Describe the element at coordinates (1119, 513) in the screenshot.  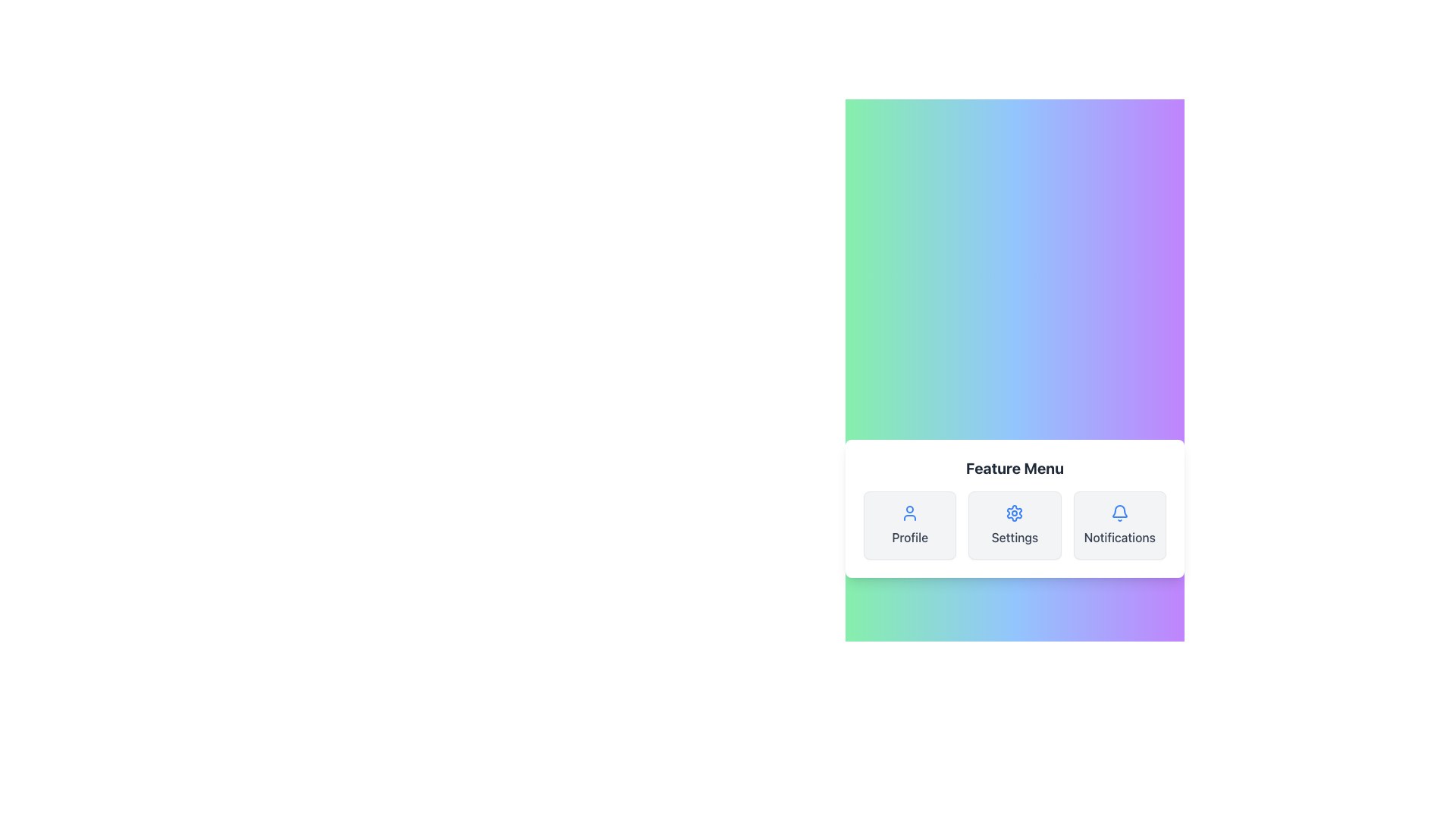
I see `the blue bell icon within the 'Notifications' button located in the bottom-right section of the feature menu panel, to the right of the 'Settings' button` at that location.